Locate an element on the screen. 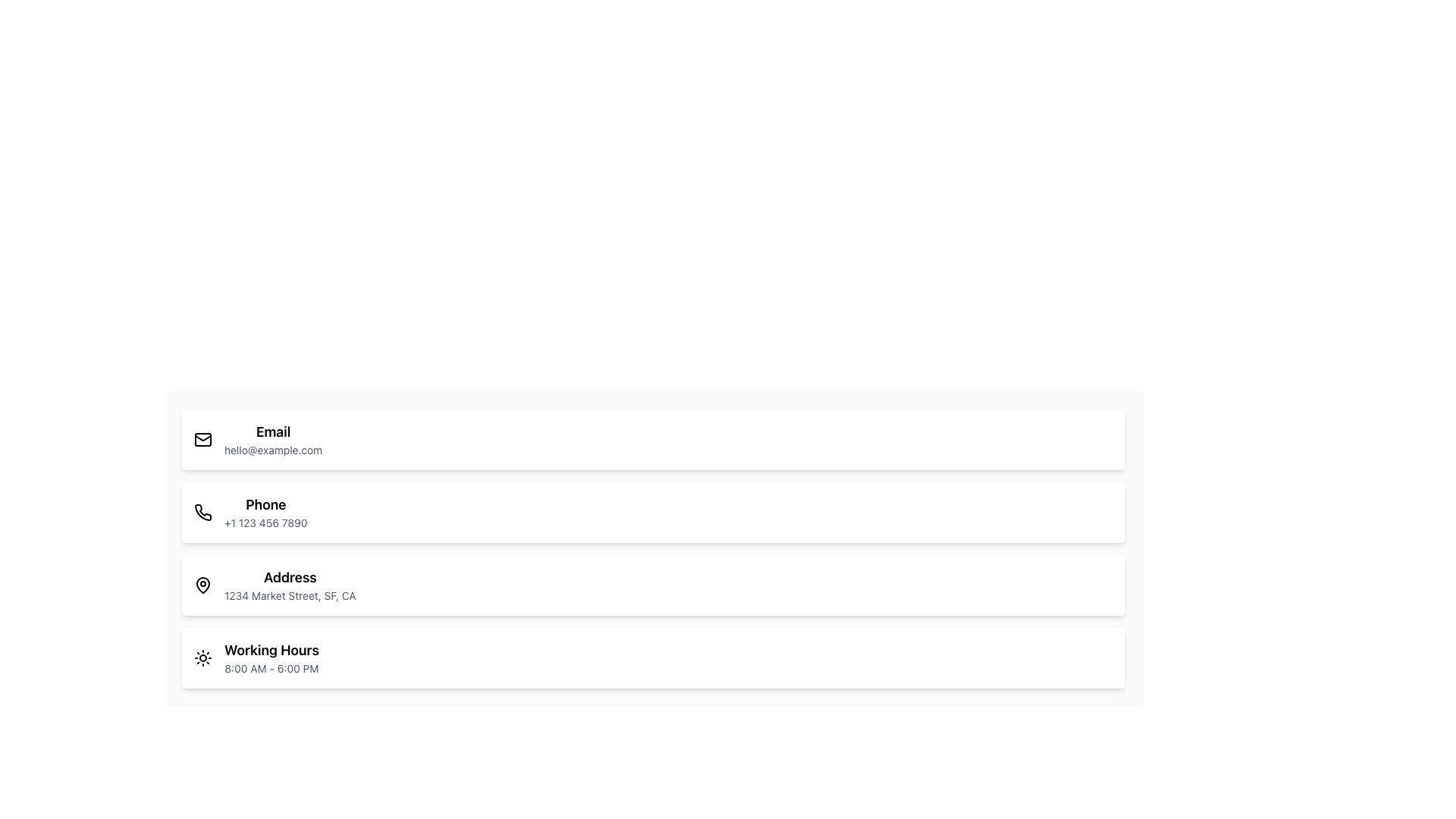 Image resolution: width=1456 pixels, height=819 pixels. the 'Working Hours' text label, which is styled in a larger bold font and located to the right of the working hours icon, positioned at the bottom section of a vertical list of informational blocks is located at coordinates (271, 649).